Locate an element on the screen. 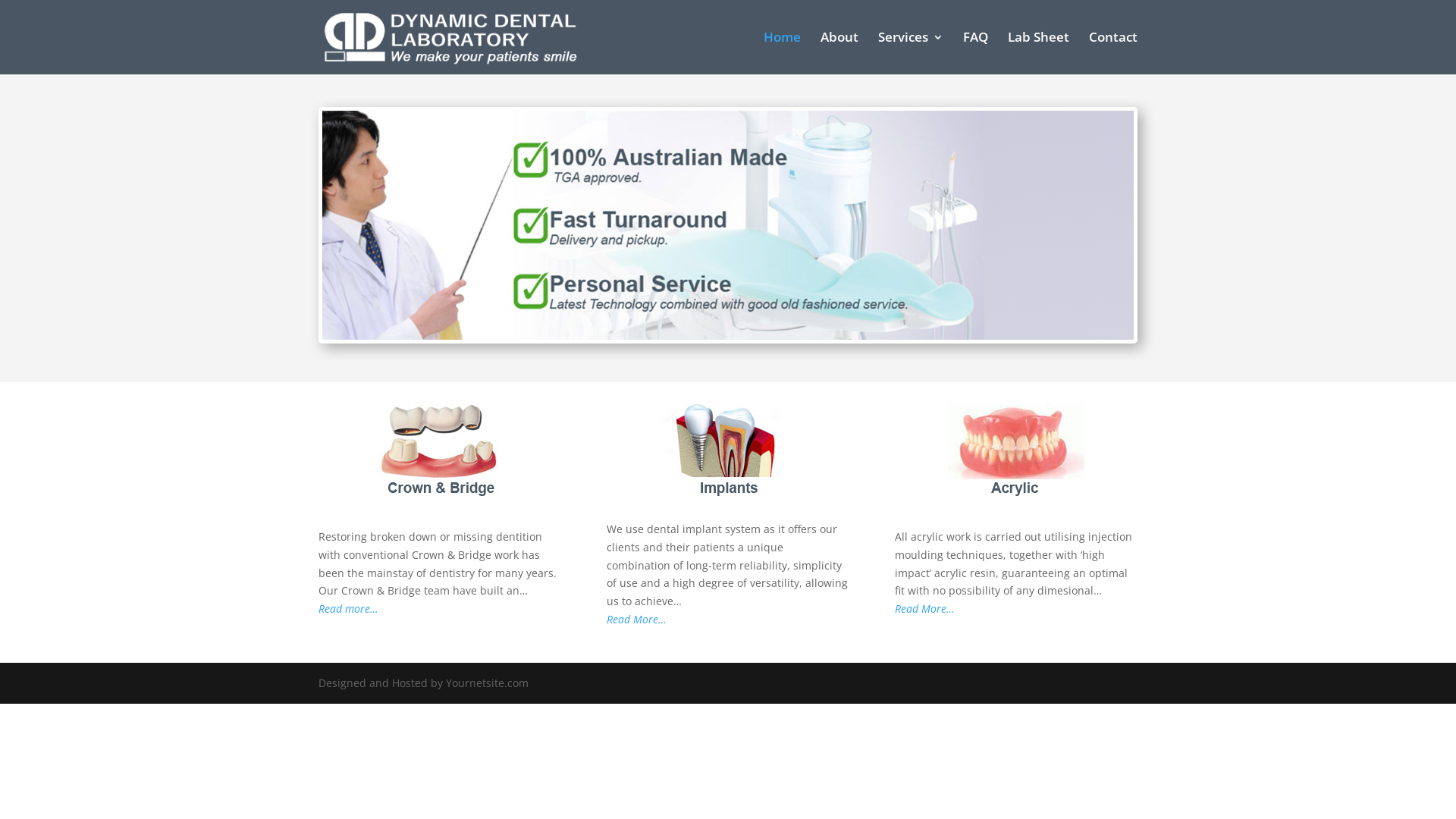  'FAQ' is located at coordinates (962, 52).